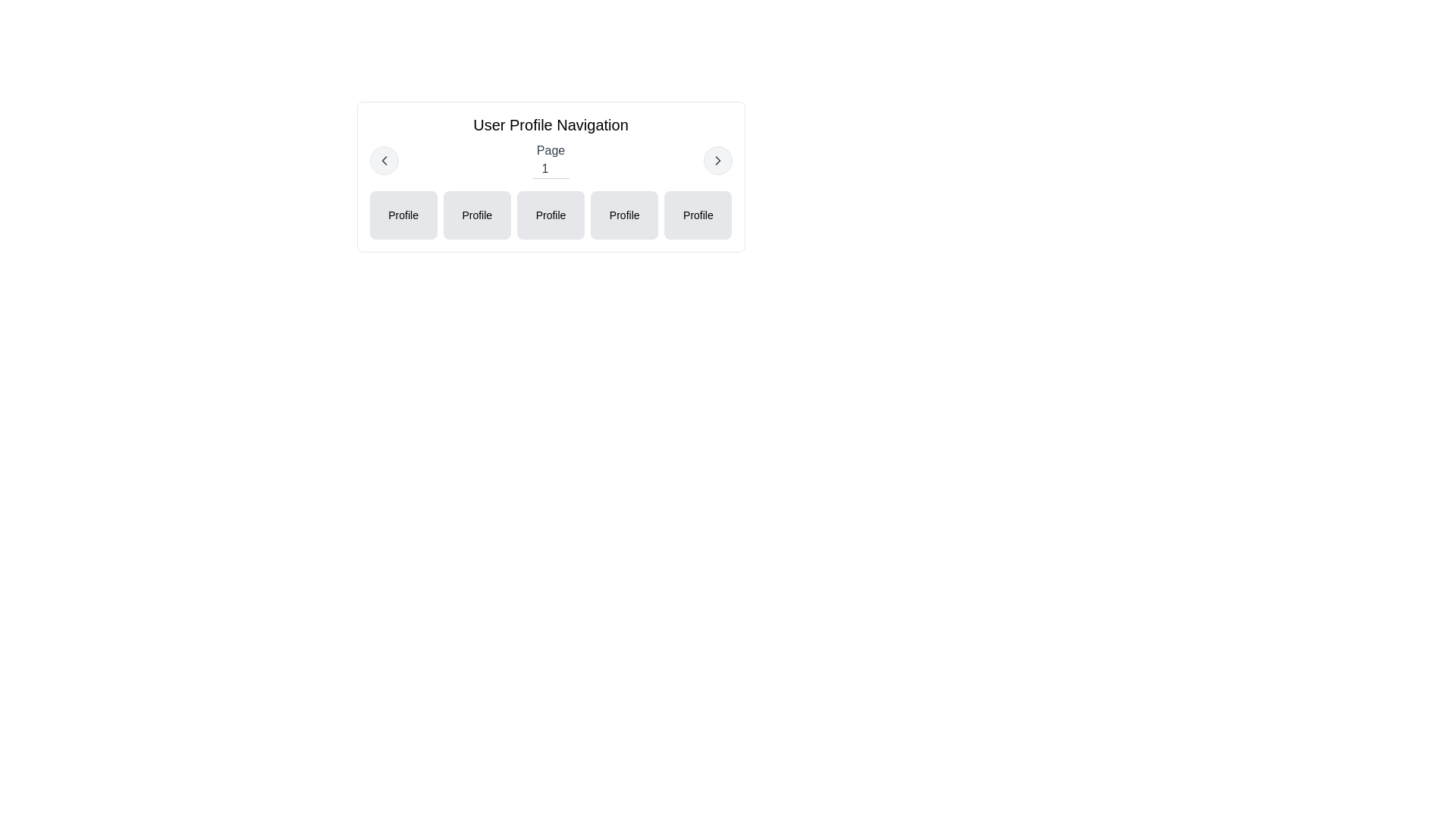 The image size is (1456, 819). I want to click on the right-pointing chevron icon, which is styled as a small arrow on a light gray circular background, located at the right edge of the navigation section, so click(717, 160).